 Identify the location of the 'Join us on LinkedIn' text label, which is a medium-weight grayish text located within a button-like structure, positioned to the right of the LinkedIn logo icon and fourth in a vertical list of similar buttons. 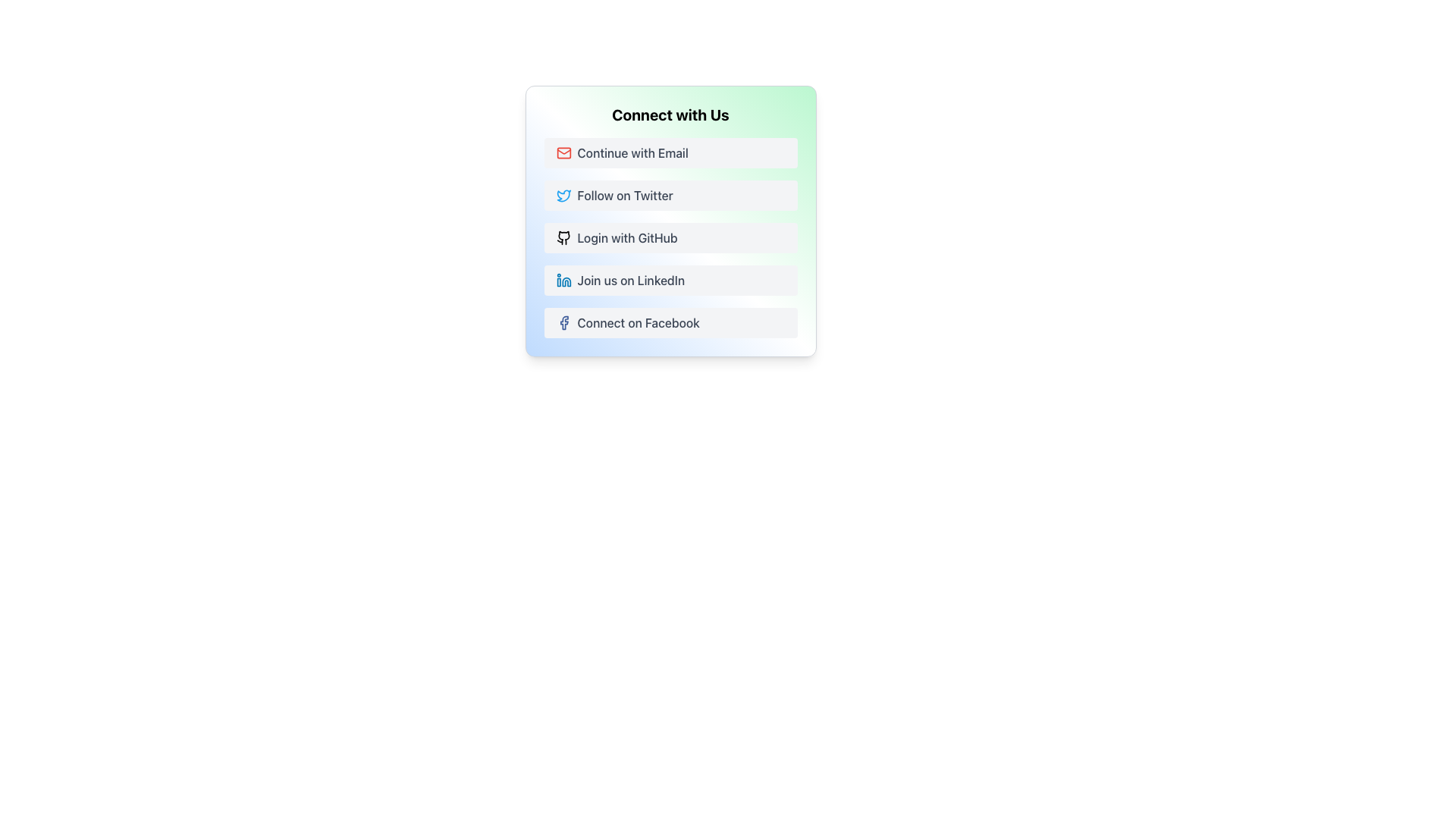
(631, 281).